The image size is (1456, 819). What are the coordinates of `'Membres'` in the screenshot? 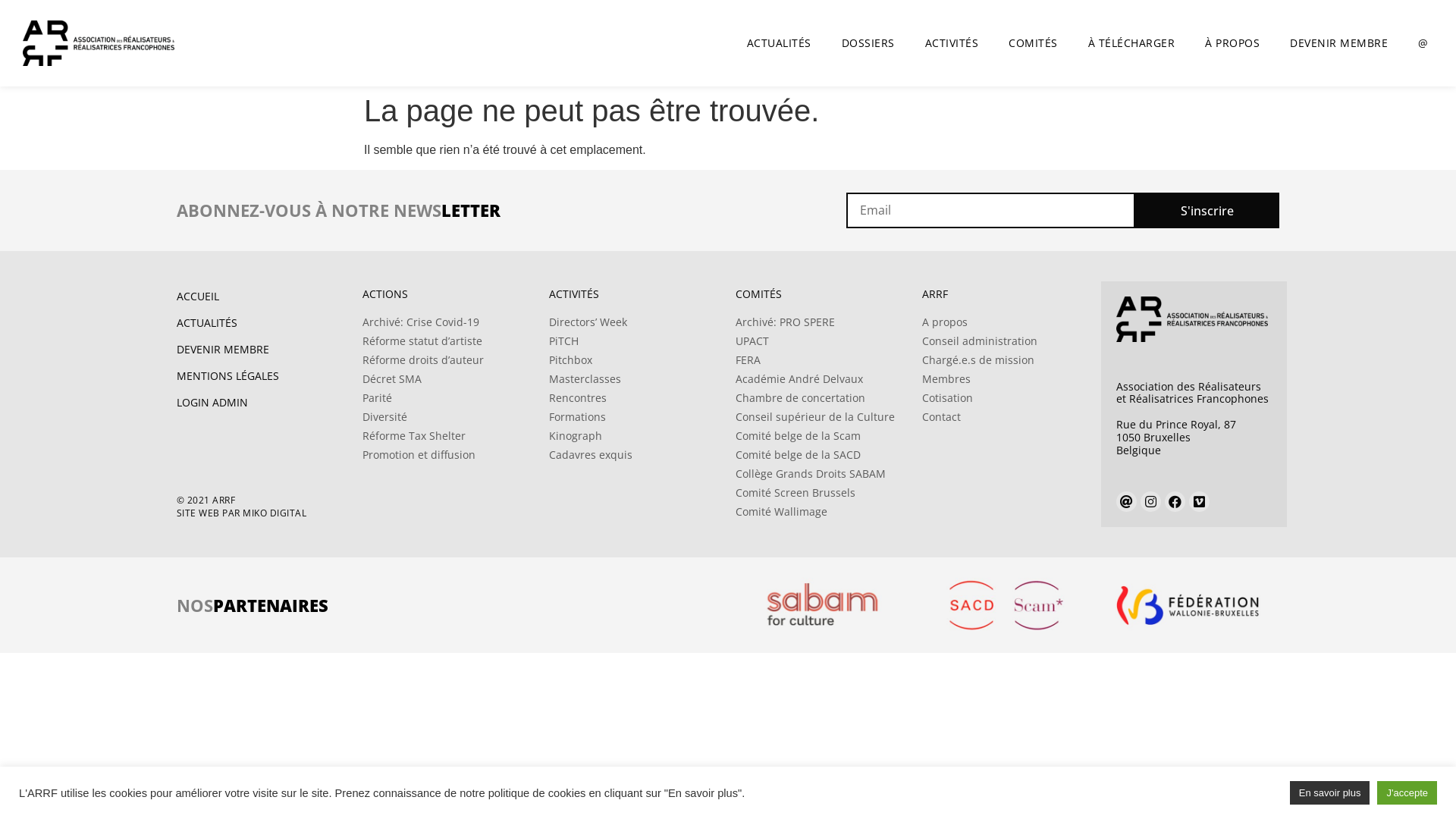 It's located at (1008, 378).